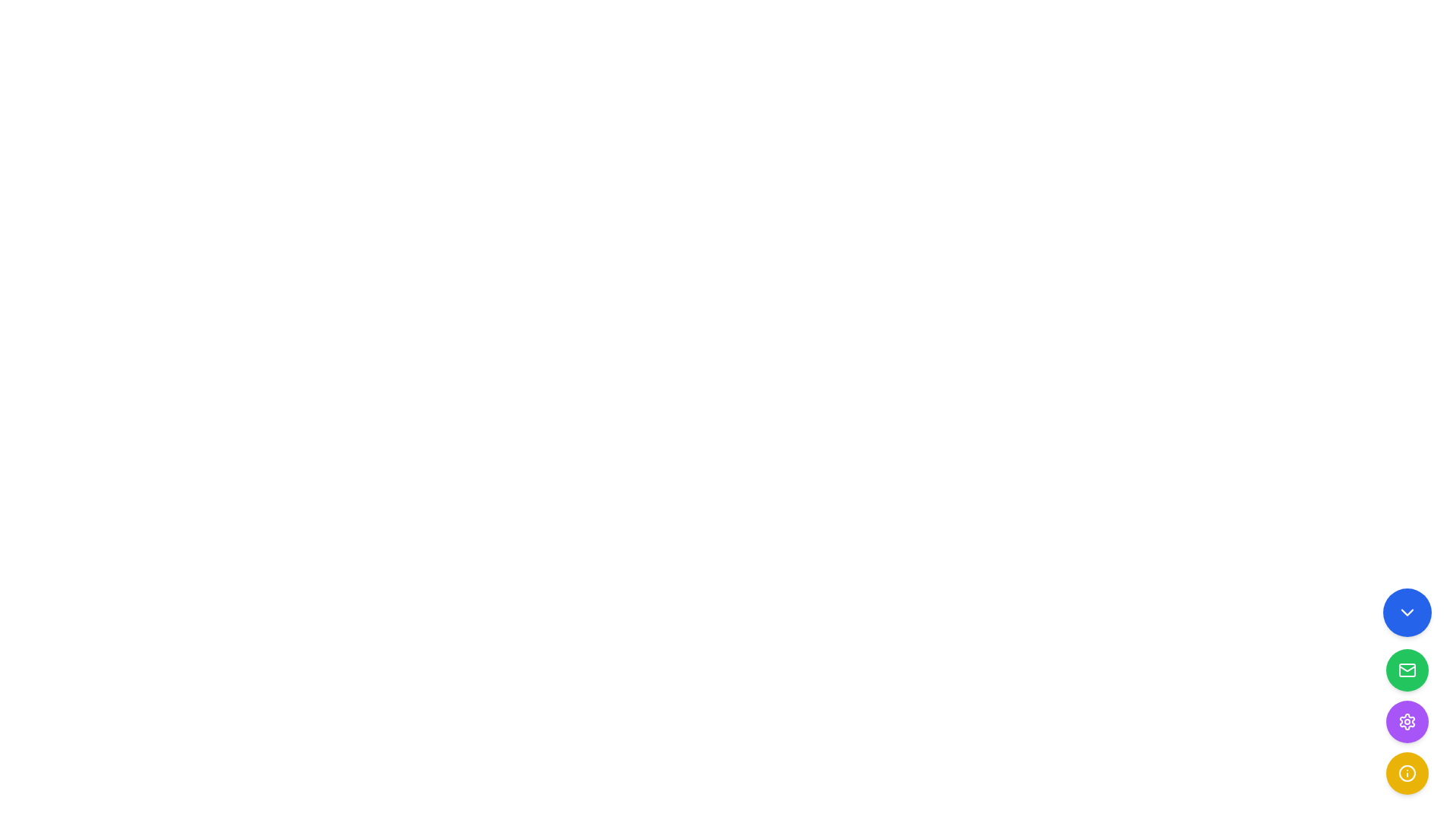 The height and width of the screenshot is (819, 1456). Describe the element at coordinates (1407, 721) in the screenshot. I see `the circular settings button with a purple background and a white gear icon` at that location.